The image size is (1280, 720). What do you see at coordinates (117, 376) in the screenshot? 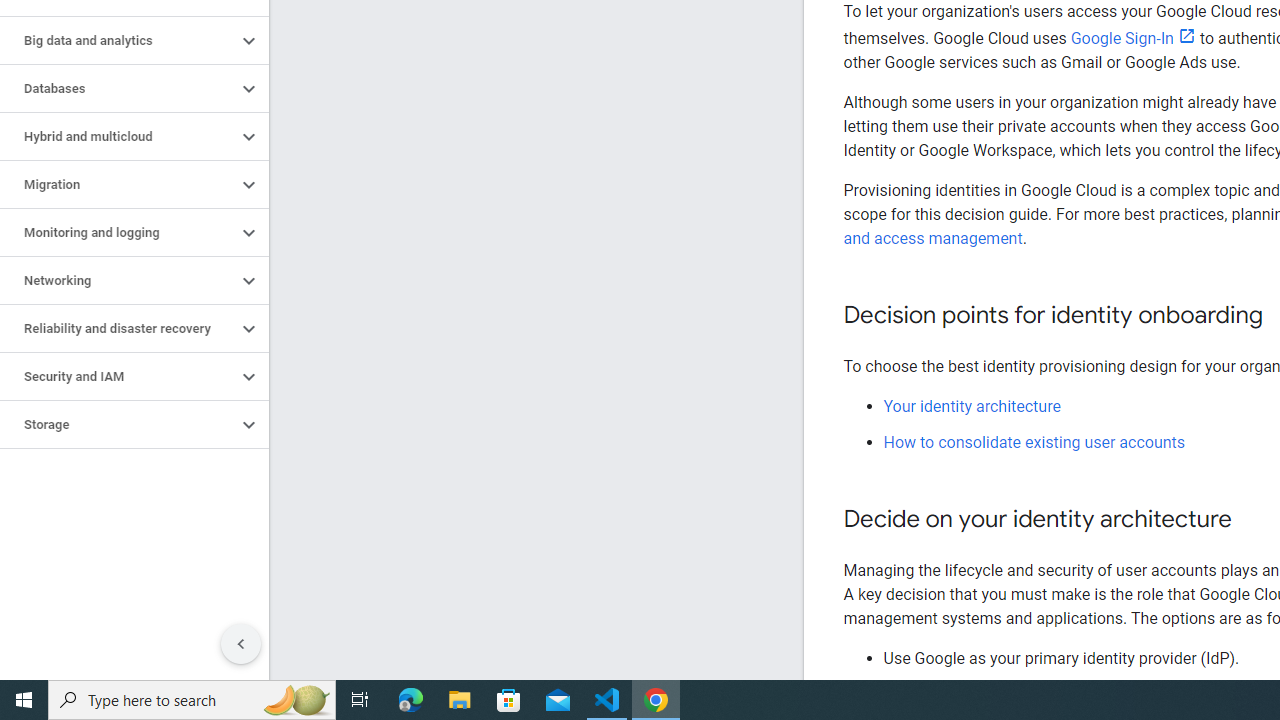
I see `'Security and IAM'` at bounding box center [117, 376].